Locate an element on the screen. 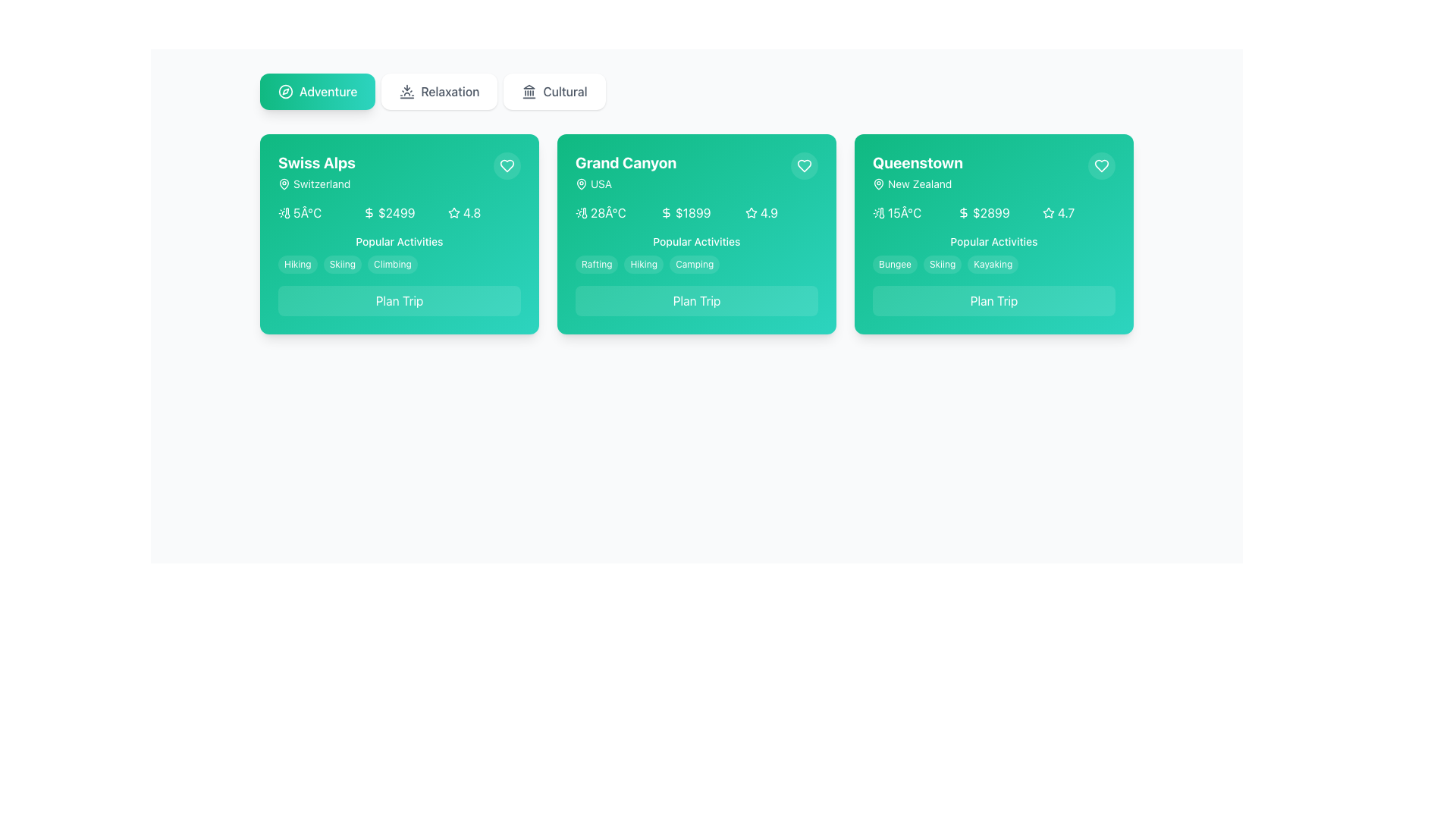 The image size is (1456, 819). the 'Cultural' button which serves as a label for filtering content related to Cultural activities is located at coordinates (564, 91).